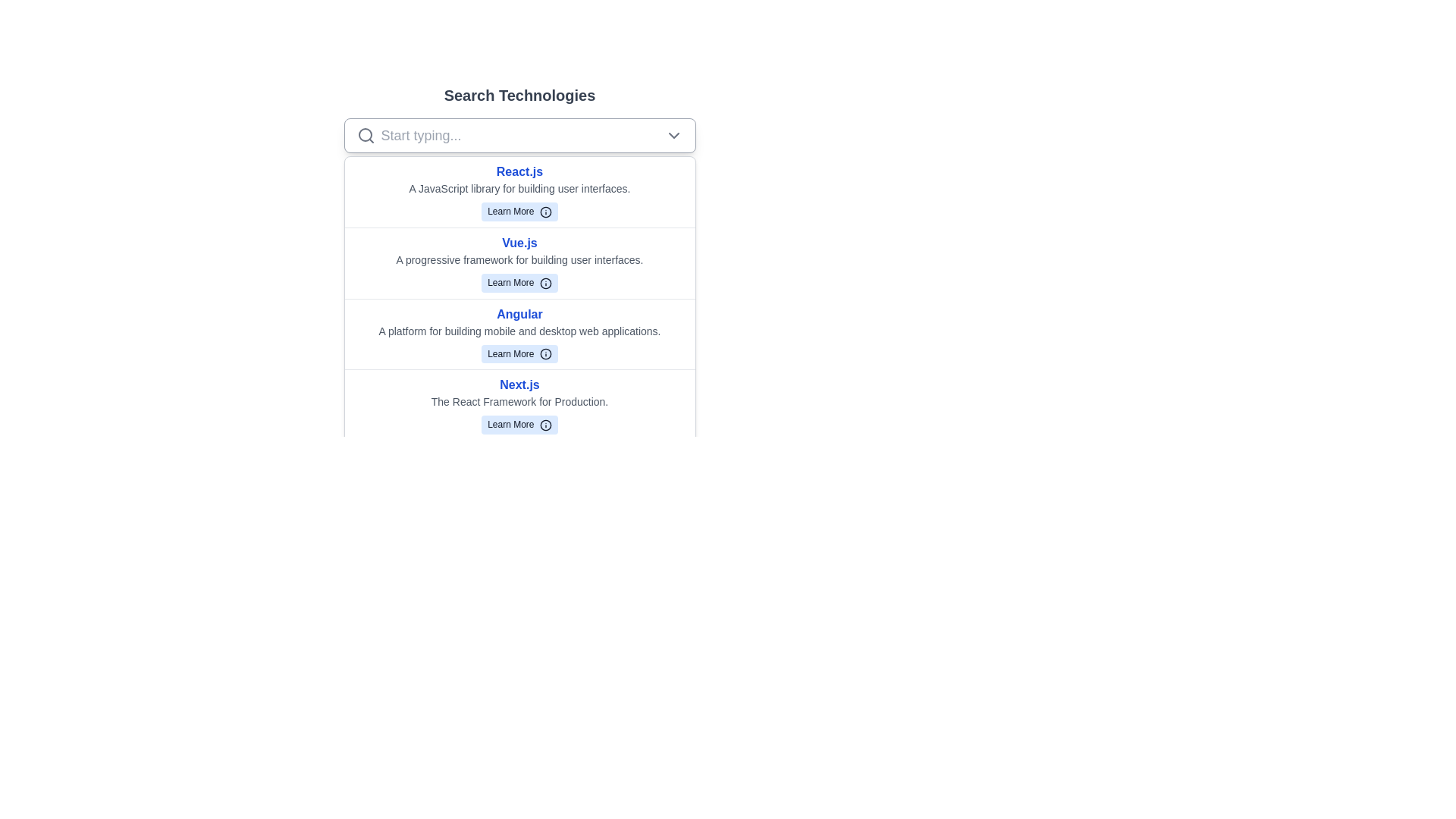 This screenshot has height=819, width=1456. Describe the element at coordinates (519, 384) in the screenshot. I see `text content of the title label indicating 'Next.js', which is located in the fourth row of the technology list, positioned above the description text and the 'Learn More' button` at that location.